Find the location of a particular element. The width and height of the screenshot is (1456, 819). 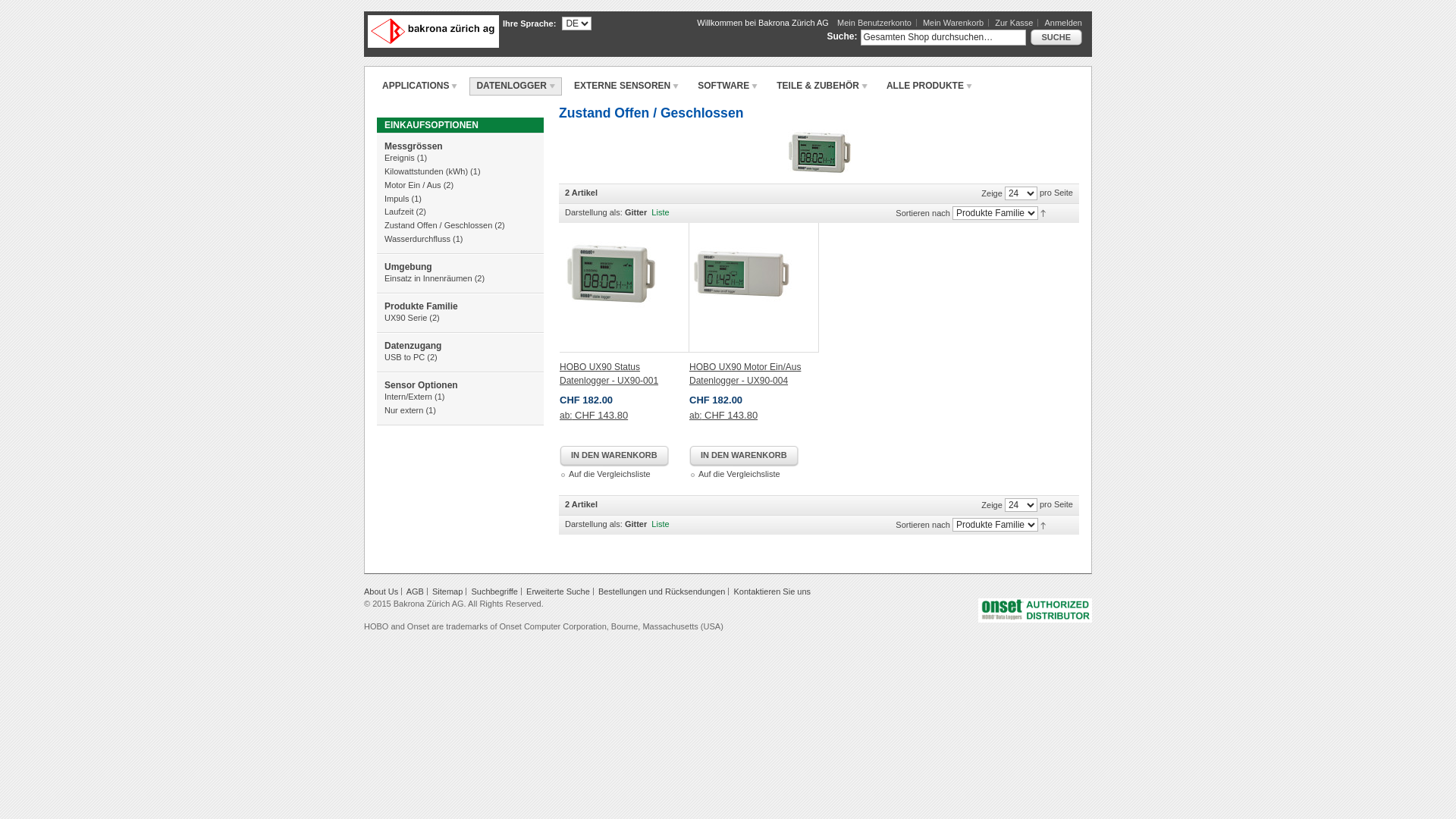

'Liste' is located at coordinates (660, 522).